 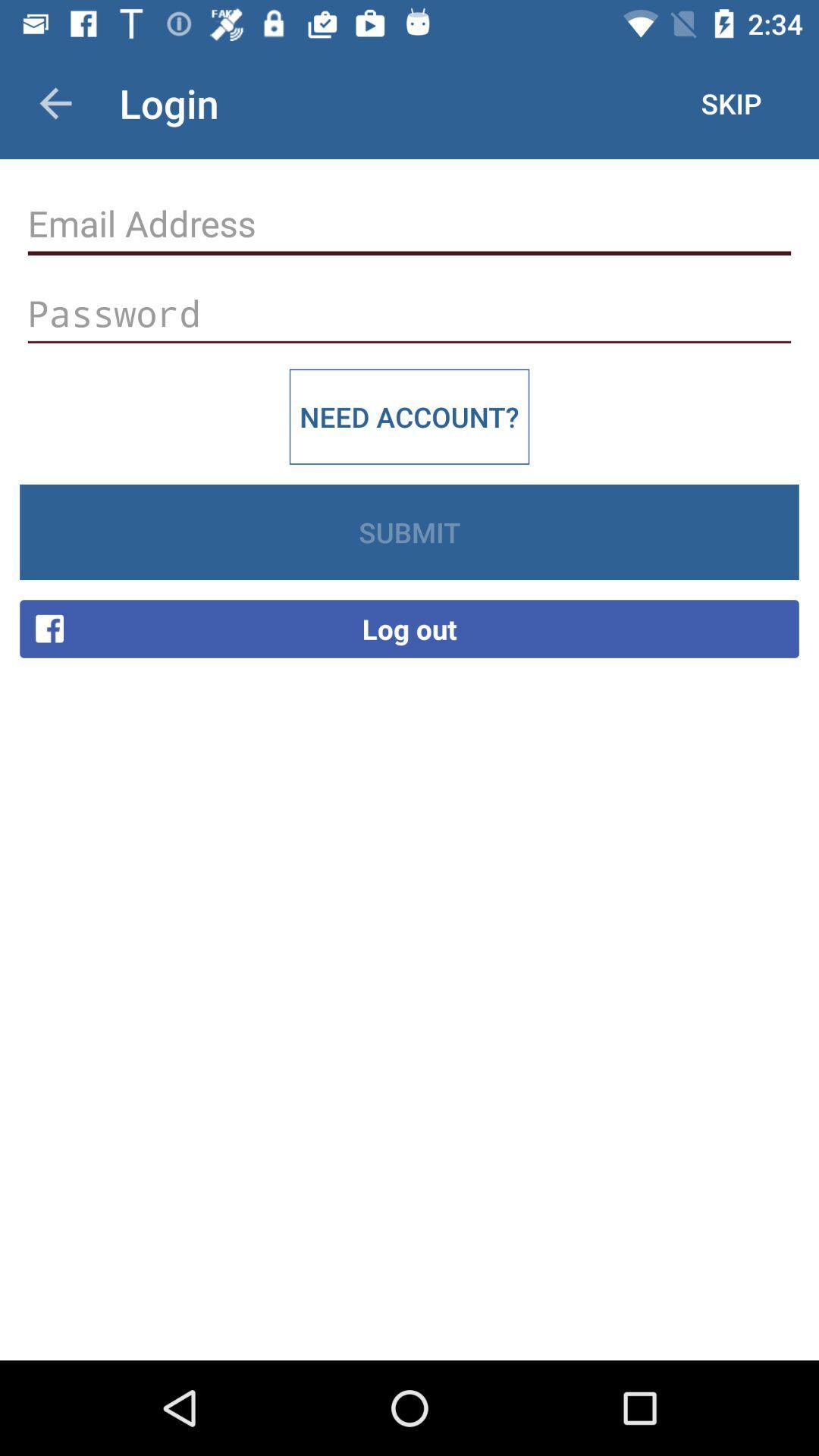 I want to click on the log out, so click(x=409, y=629).